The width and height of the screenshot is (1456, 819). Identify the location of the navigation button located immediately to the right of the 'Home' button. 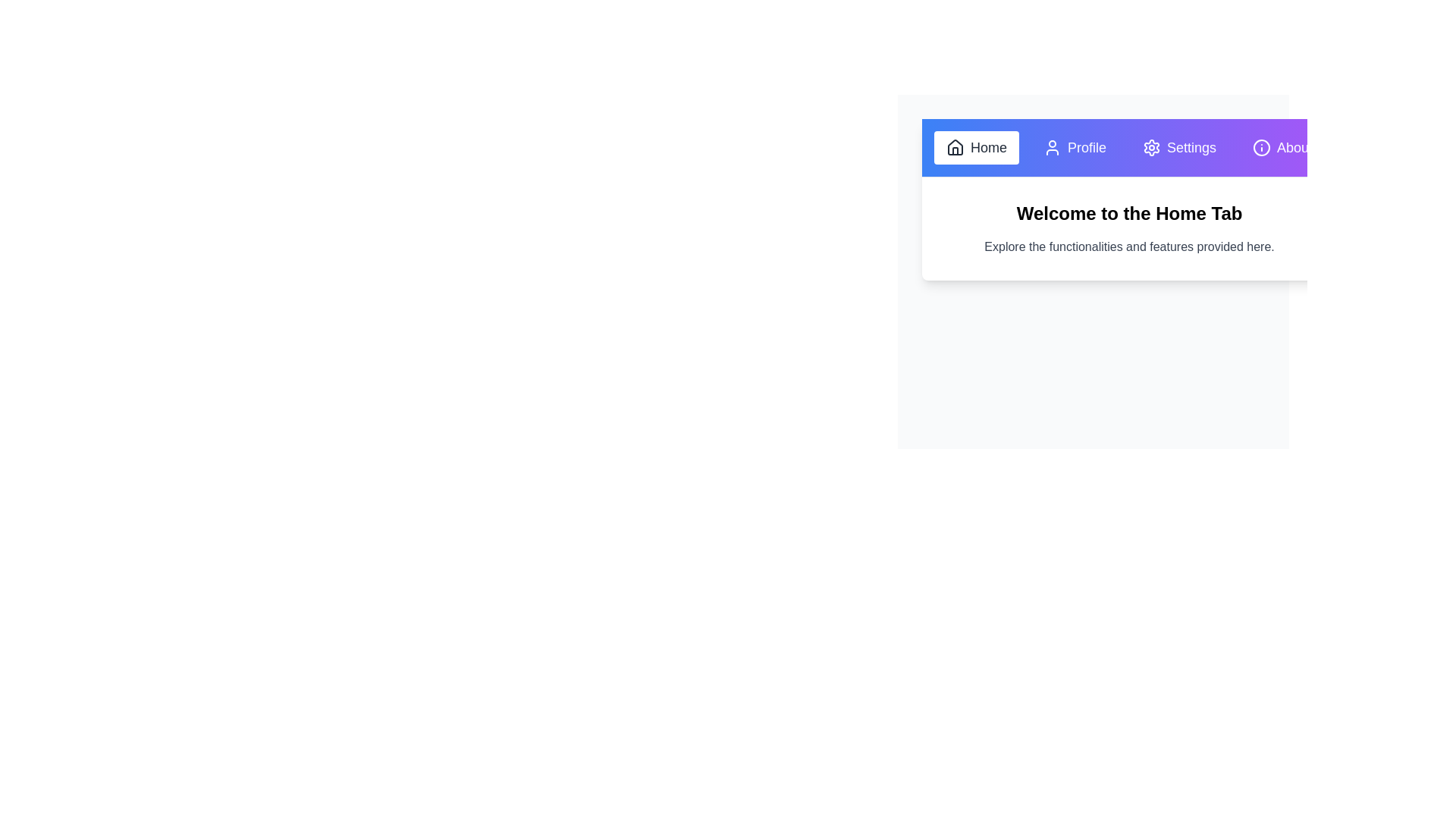
(1074, 148).